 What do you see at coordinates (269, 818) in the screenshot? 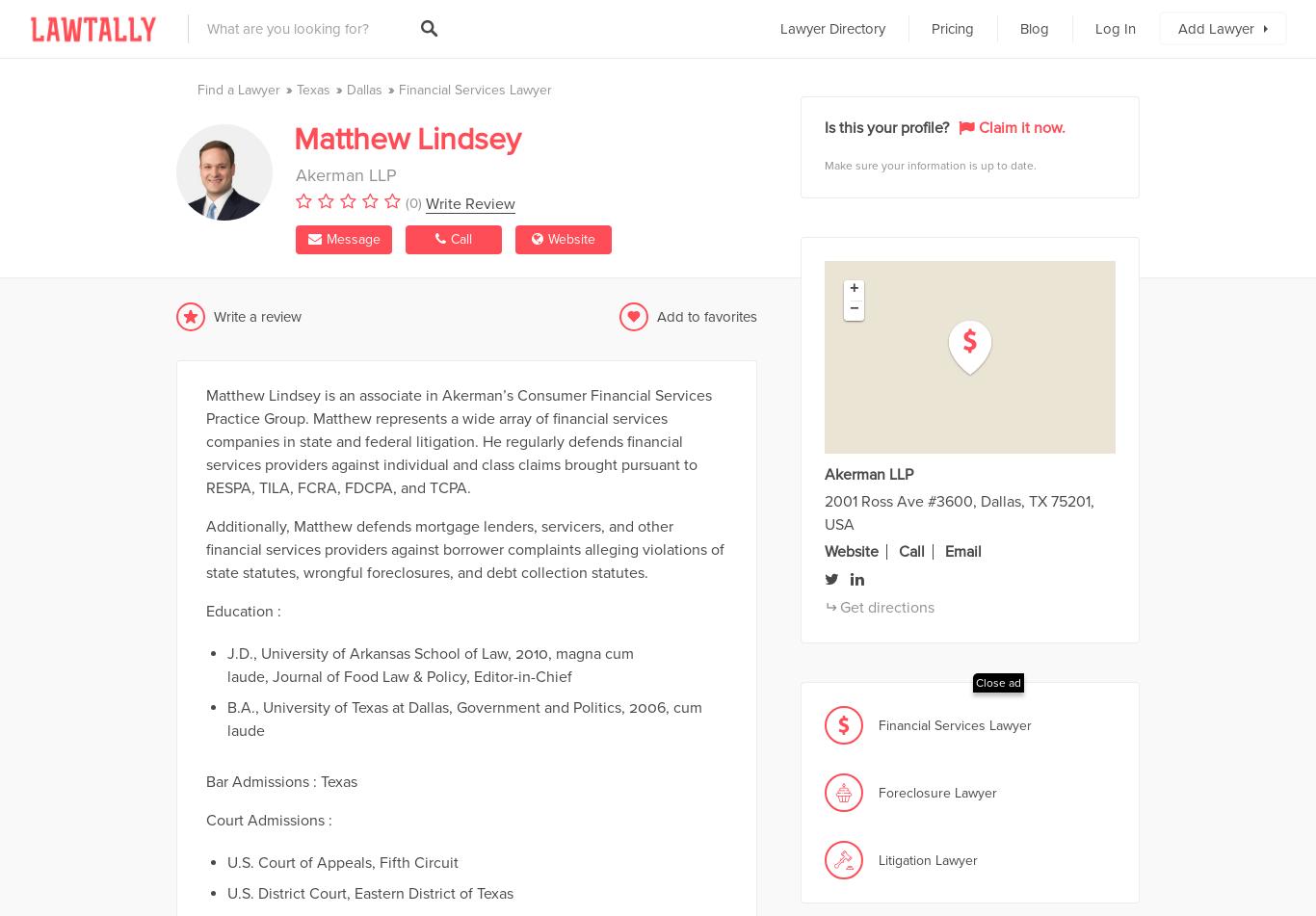
I see `'Court Admissions :'` at bounding box center [269, 818].